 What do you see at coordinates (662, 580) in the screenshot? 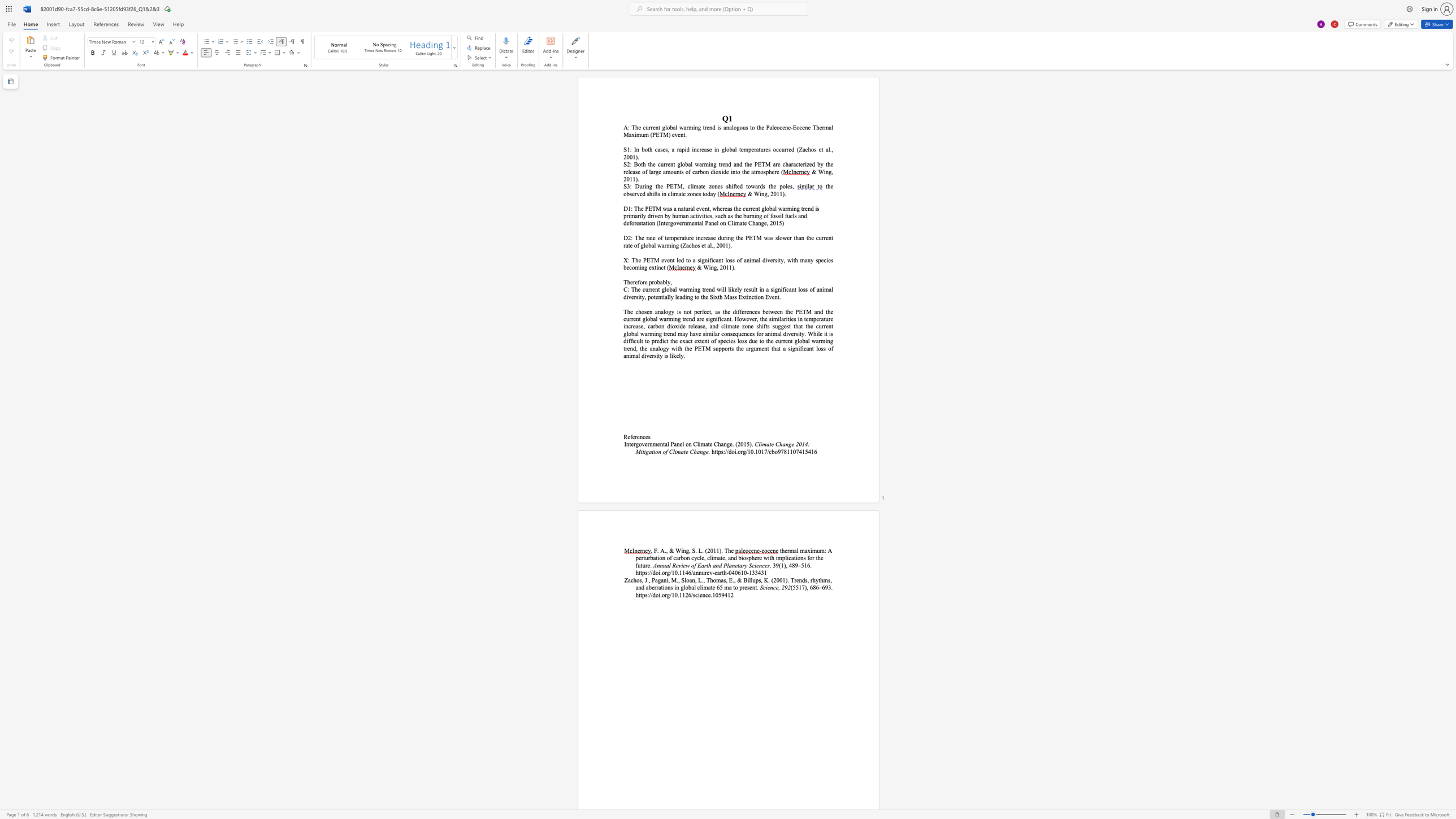
I see `the 3th character "a" in the text` at bounding box center [662, 580].